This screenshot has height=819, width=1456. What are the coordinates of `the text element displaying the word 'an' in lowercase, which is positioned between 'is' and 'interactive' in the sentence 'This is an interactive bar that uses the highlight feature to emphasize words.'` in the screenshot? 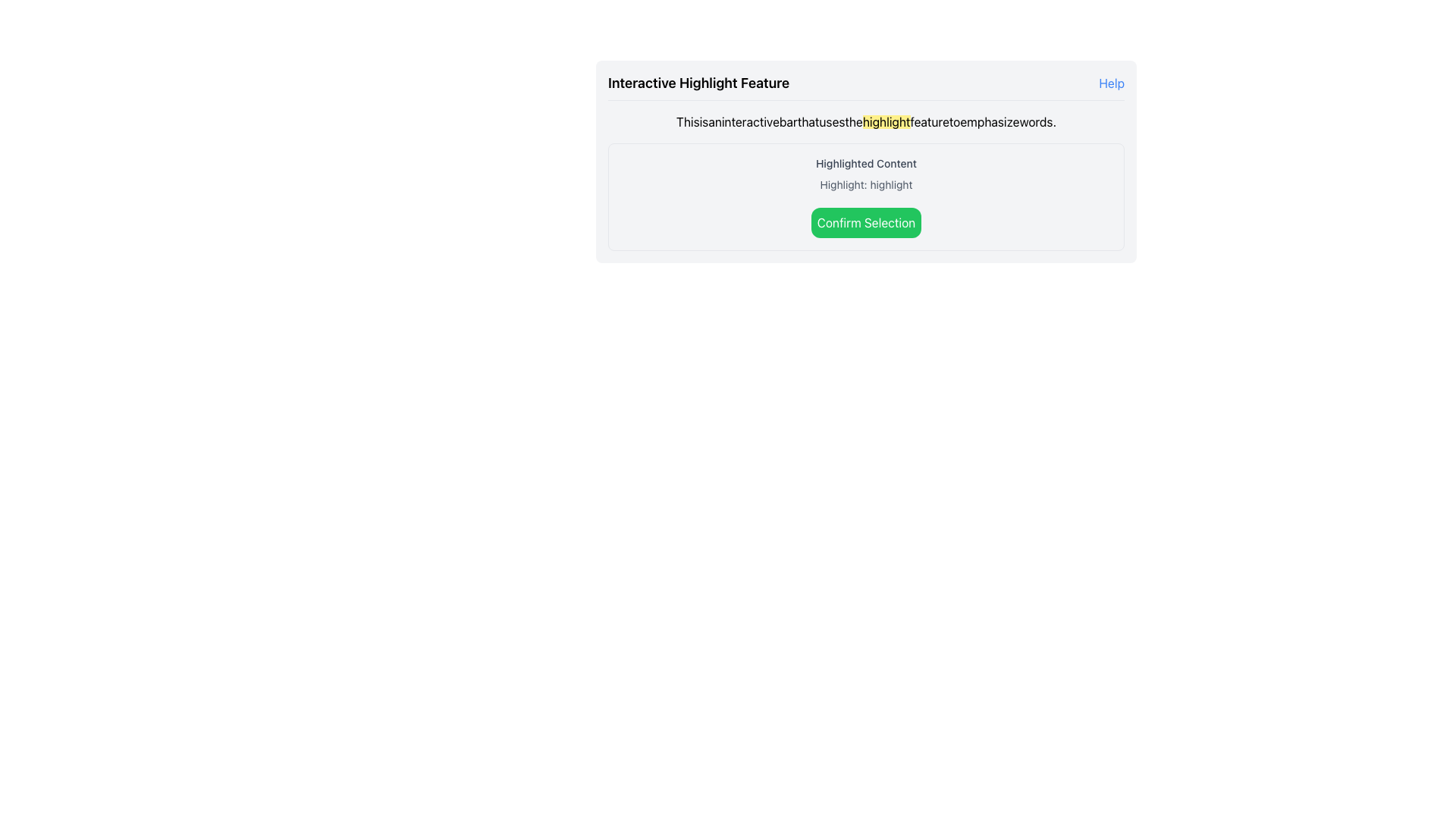 It's located at (714, 121).